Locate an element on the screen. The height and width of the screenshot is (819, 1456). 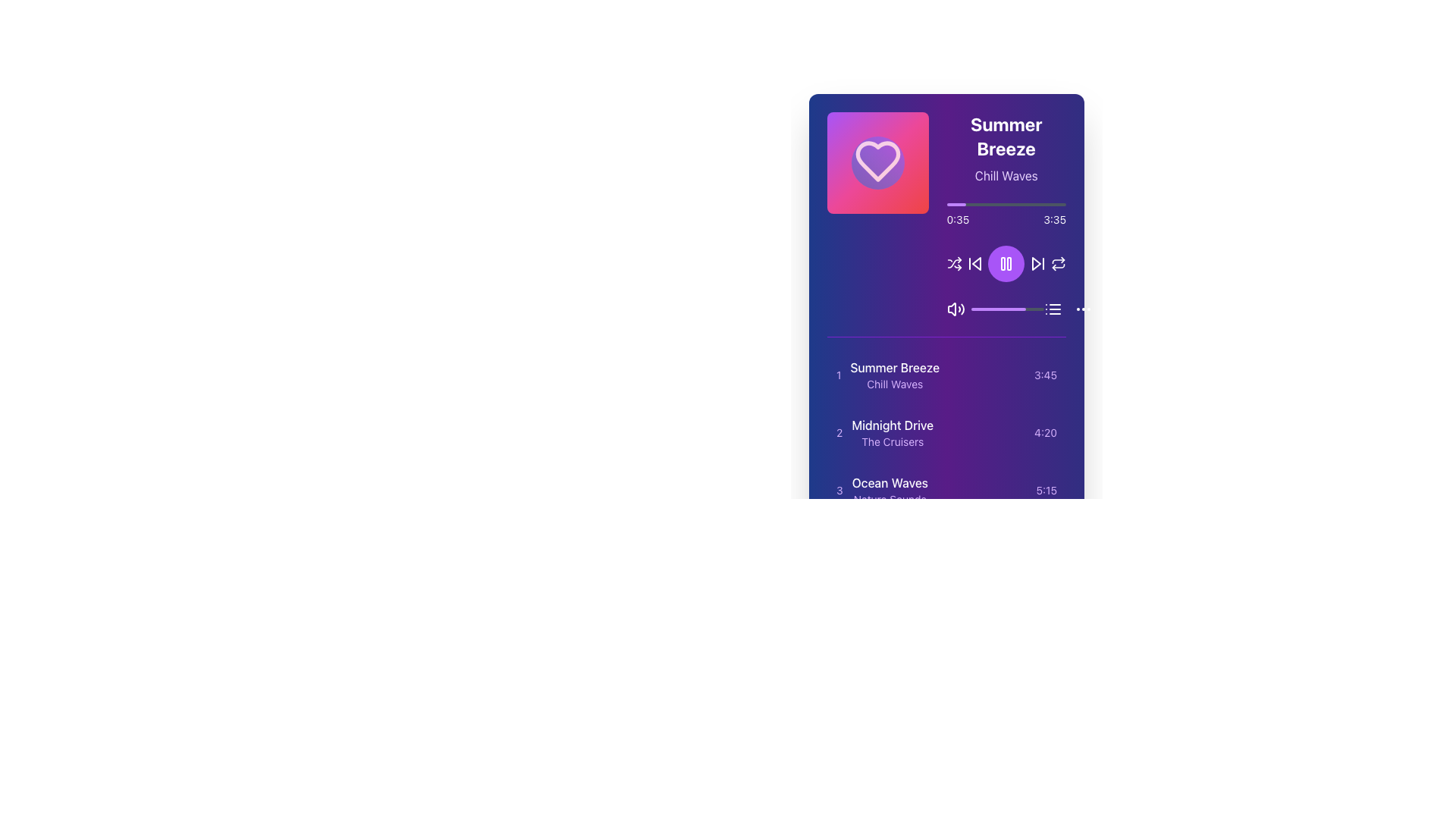
the triangular arrow icon located to the left of the vertical line to skip to the previous media item in the playlist is located at coordinates (976, 262).